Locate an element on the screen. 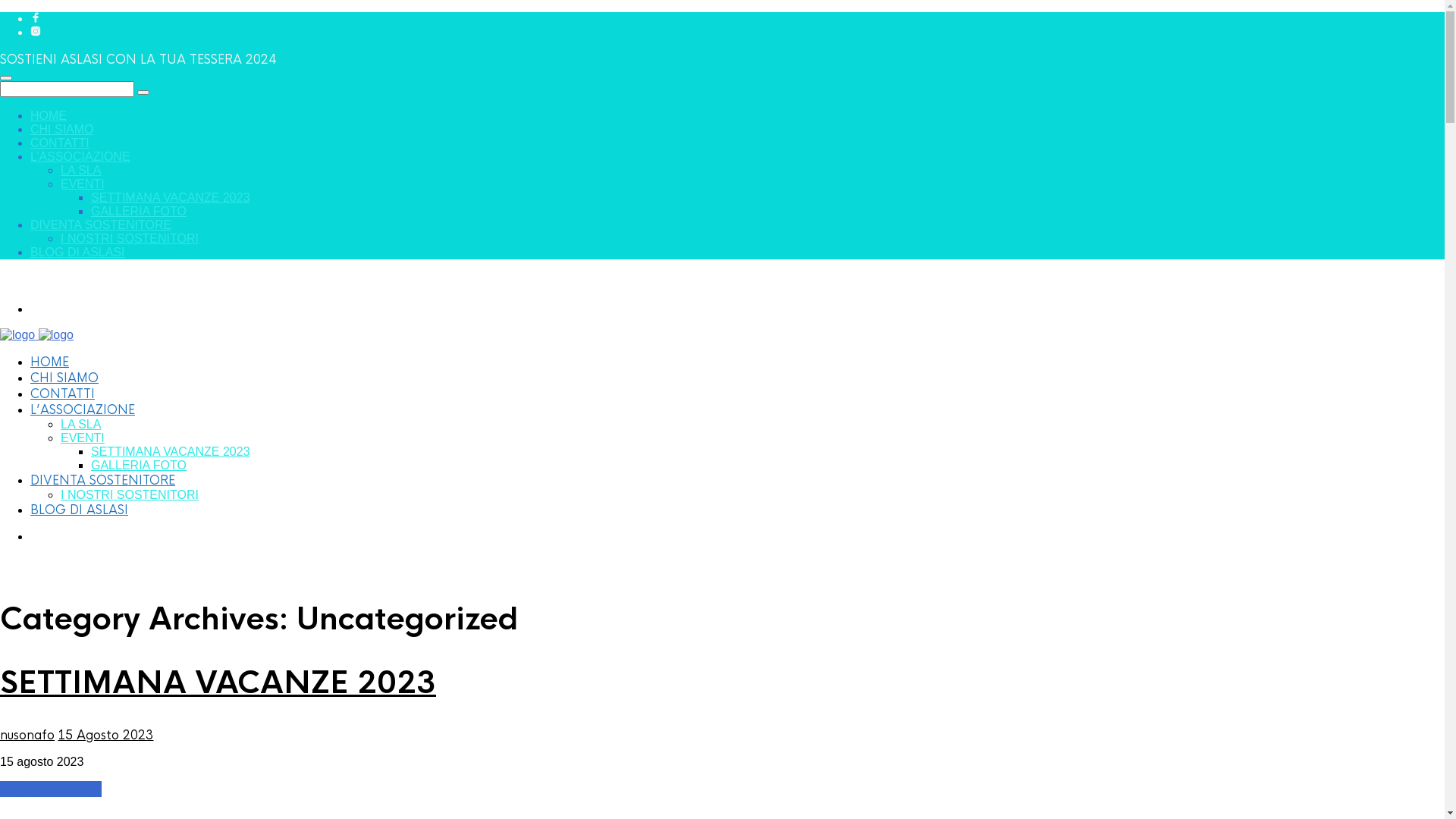  'EVENTI' is located at coordinates (82, 183).